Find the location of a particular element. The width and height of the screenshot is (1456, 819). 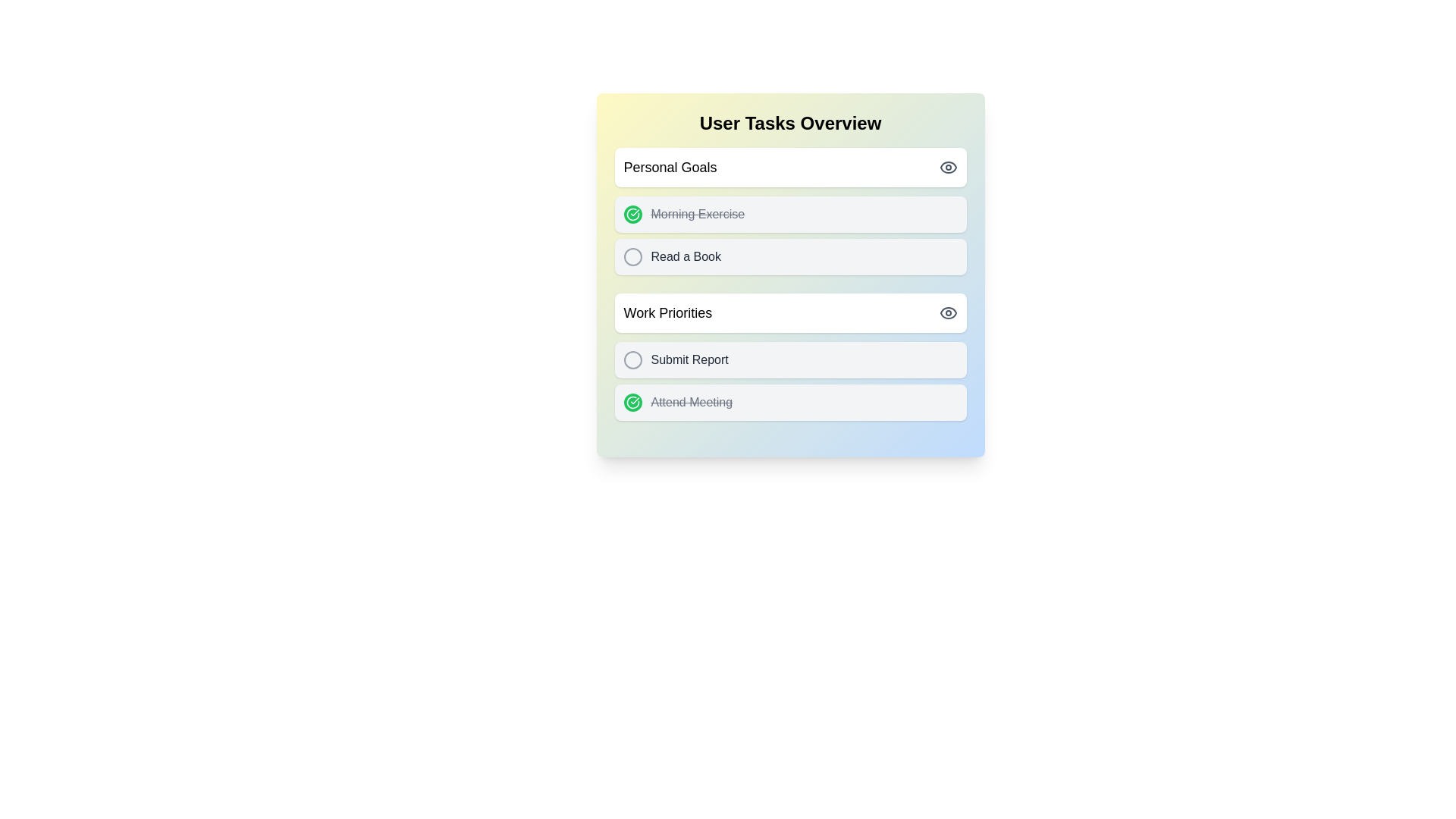

the round green Icon button with a white checkmark located in the top-left corner of the 'Attend Meeting' task item under 'Work Priorities' in the 'User Tasks Overview' section is located at coordinates (632, 402).